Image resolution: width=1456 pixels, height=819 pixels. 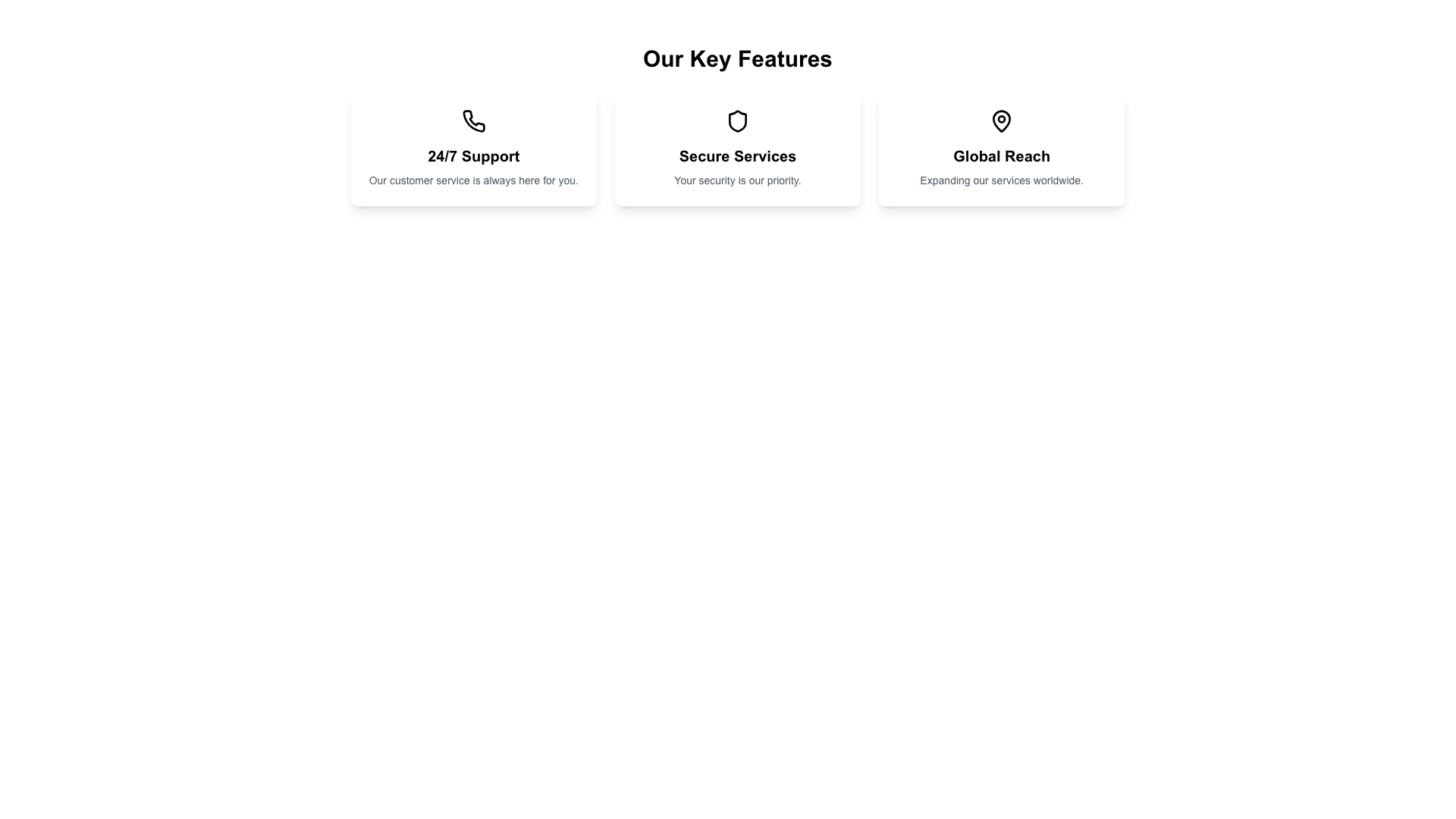 I want to click on the map pin icon located at the top-center of the card titled 'Global Reach', which features a hollow circle and sharp black lines, so click(x=1002, y=120).